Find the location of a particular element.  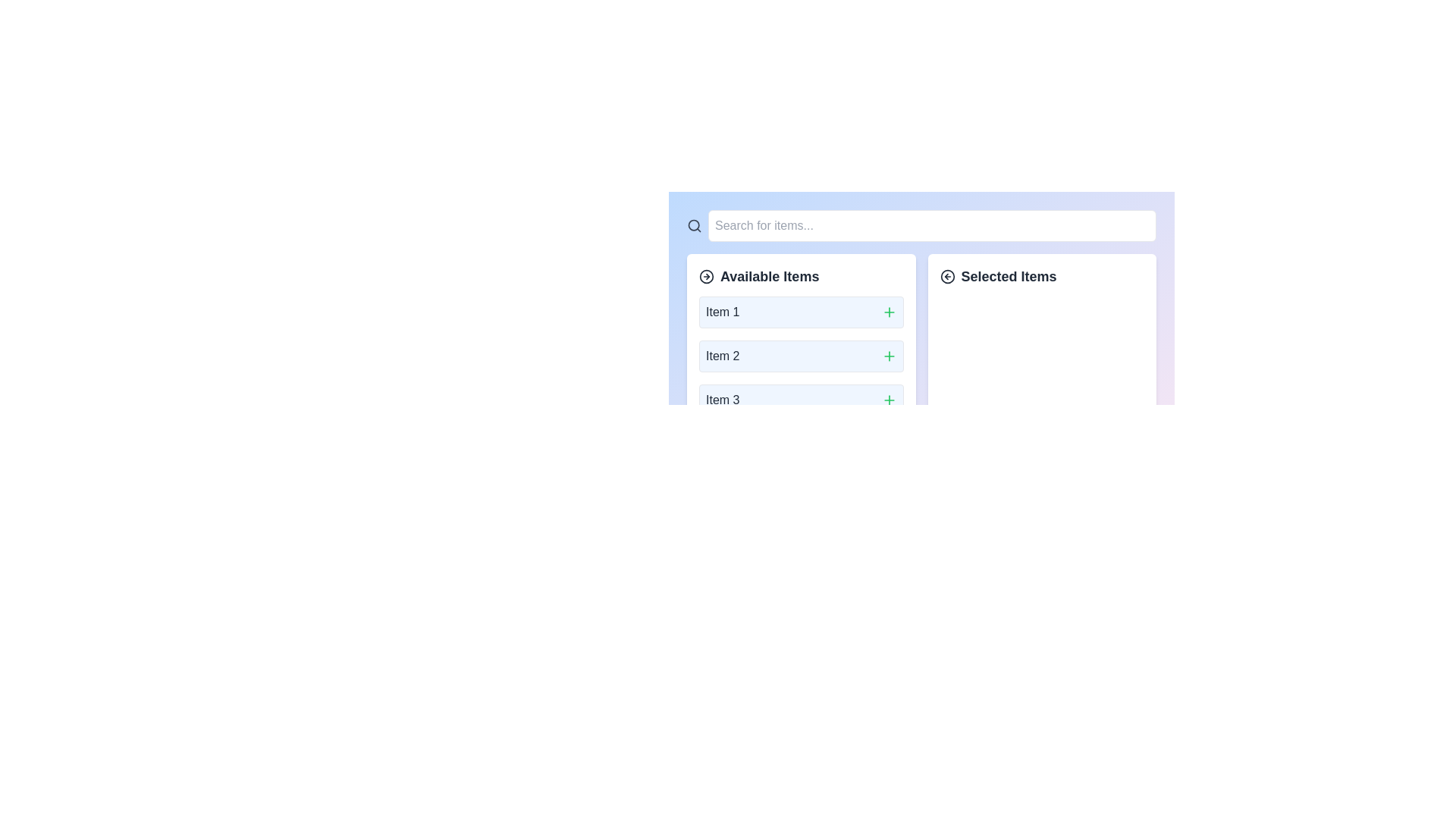

the third item in the 'Available Items' list, labeled 'Item 3', to indicate selection is located at coordinates (800, 400).